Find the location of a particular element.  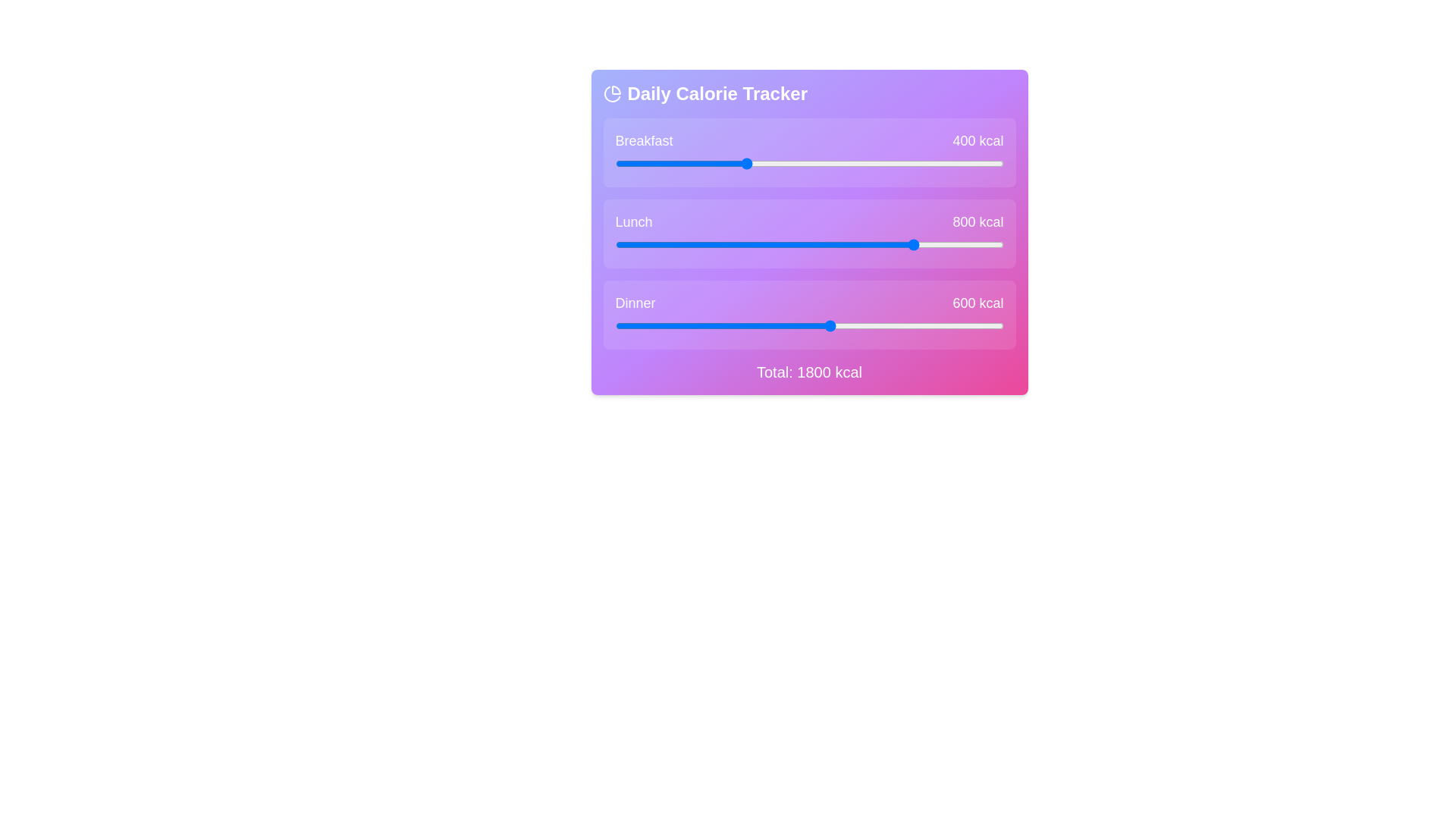

the dinner calorie value is located at coordinates (933, 325).